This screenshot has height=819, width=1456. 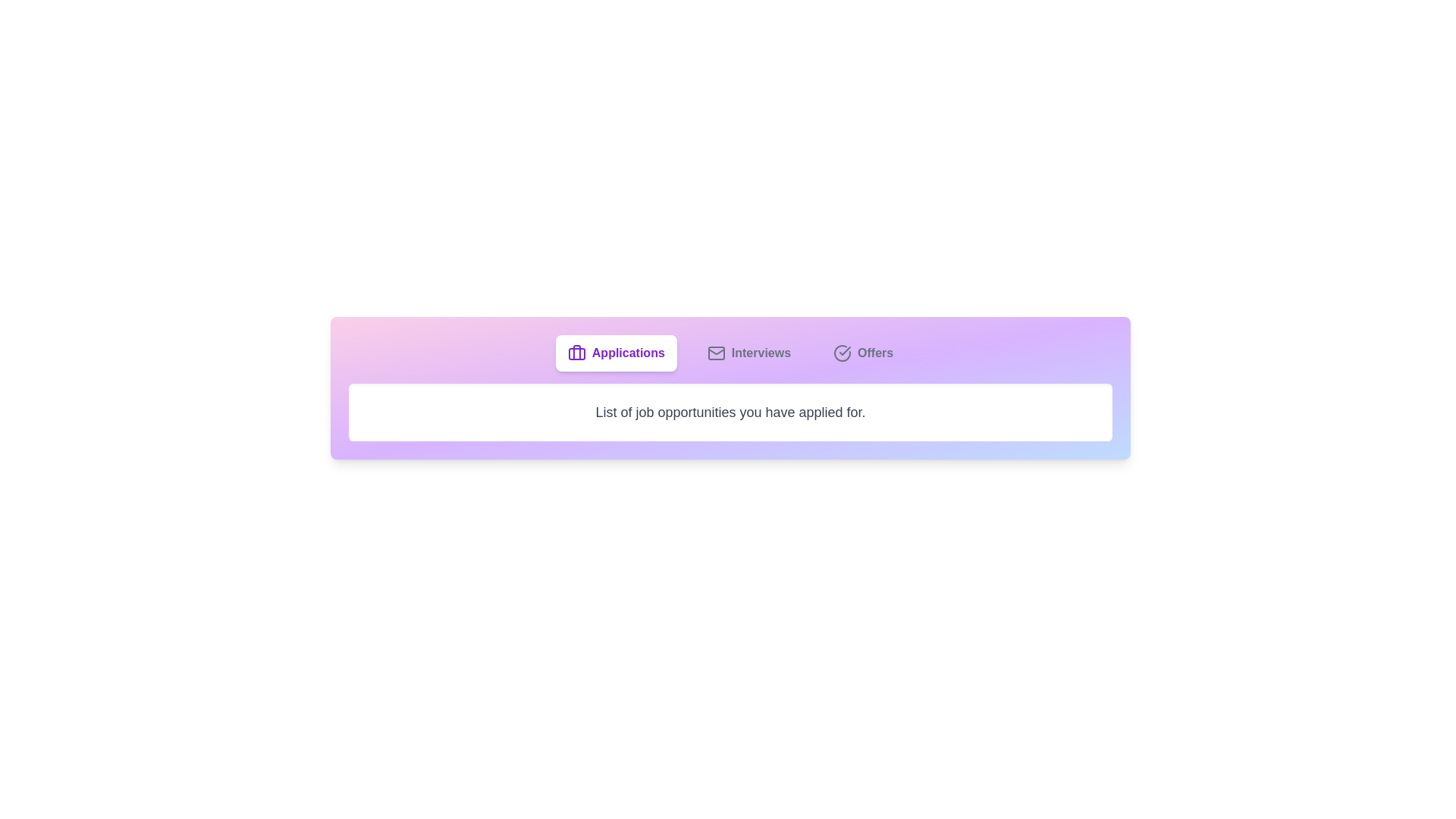 I want to click on the 'Offers' tab to view received job offers, so click(x=863, y=353).